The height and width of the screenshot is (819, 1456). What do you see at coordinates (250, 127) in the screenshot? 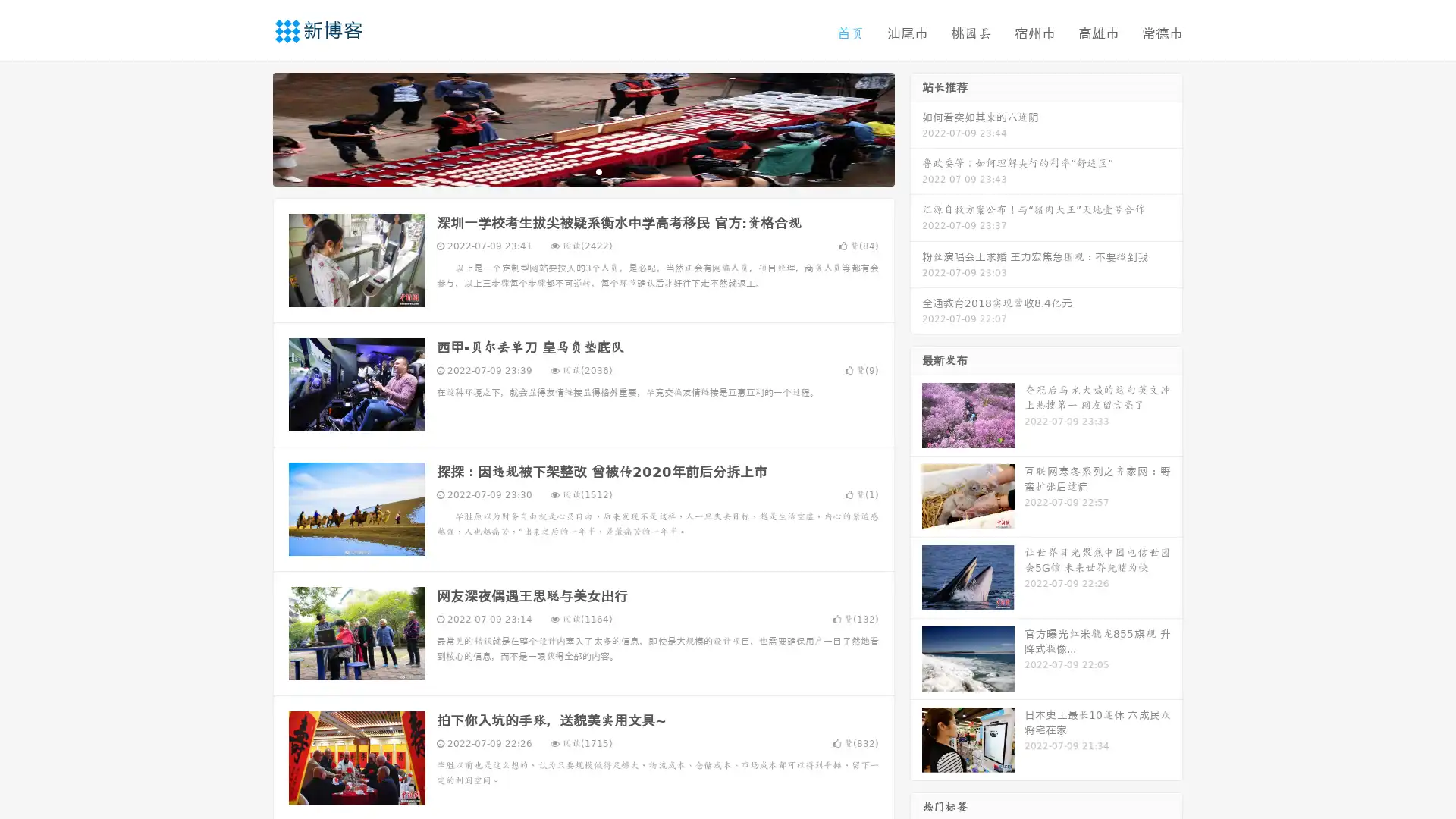
I see `Previous slide` at bounding box center [250, 127].